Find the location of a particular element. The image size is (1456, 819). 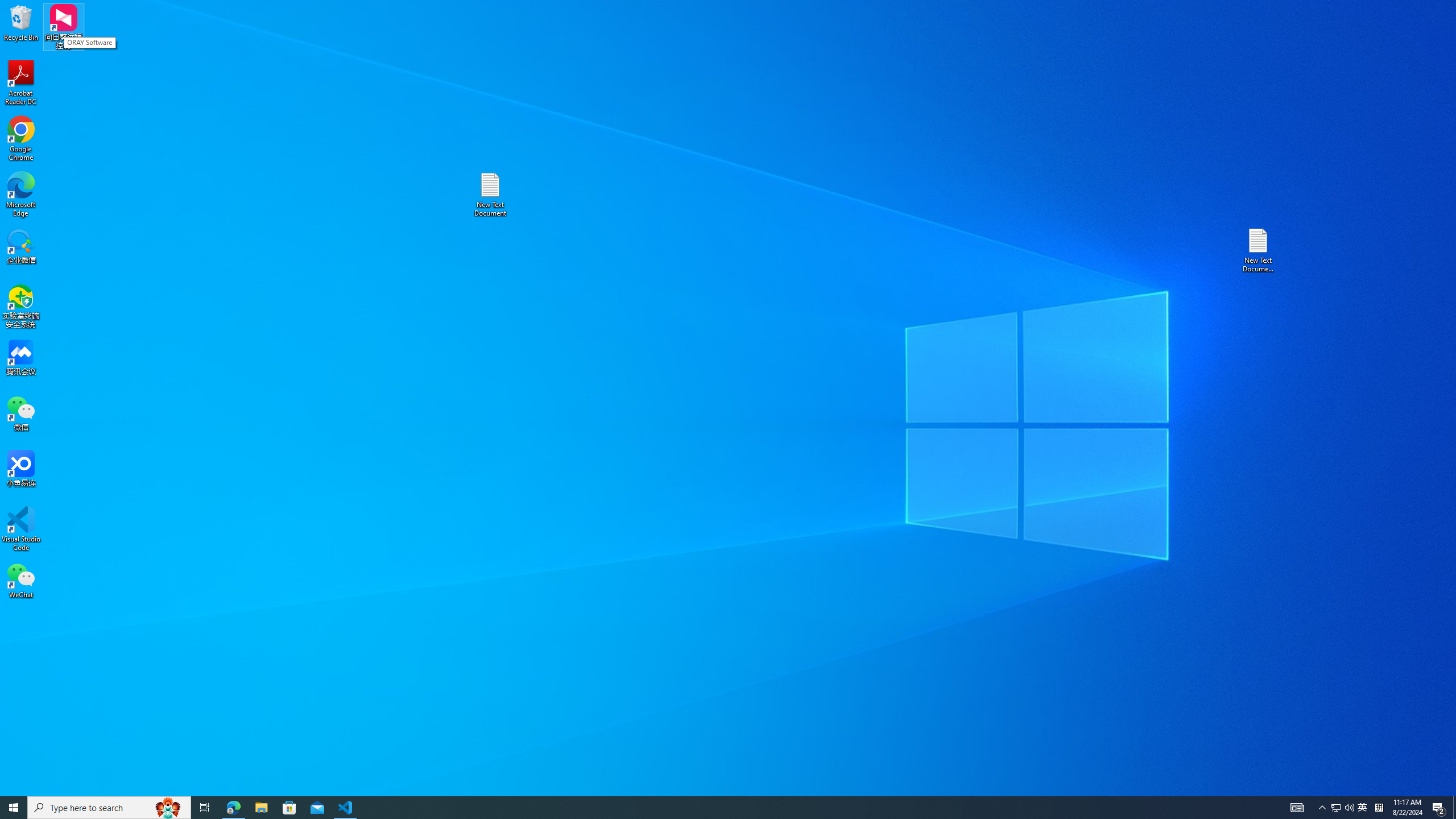

'WeChat' is located at coordinates (20, 580).